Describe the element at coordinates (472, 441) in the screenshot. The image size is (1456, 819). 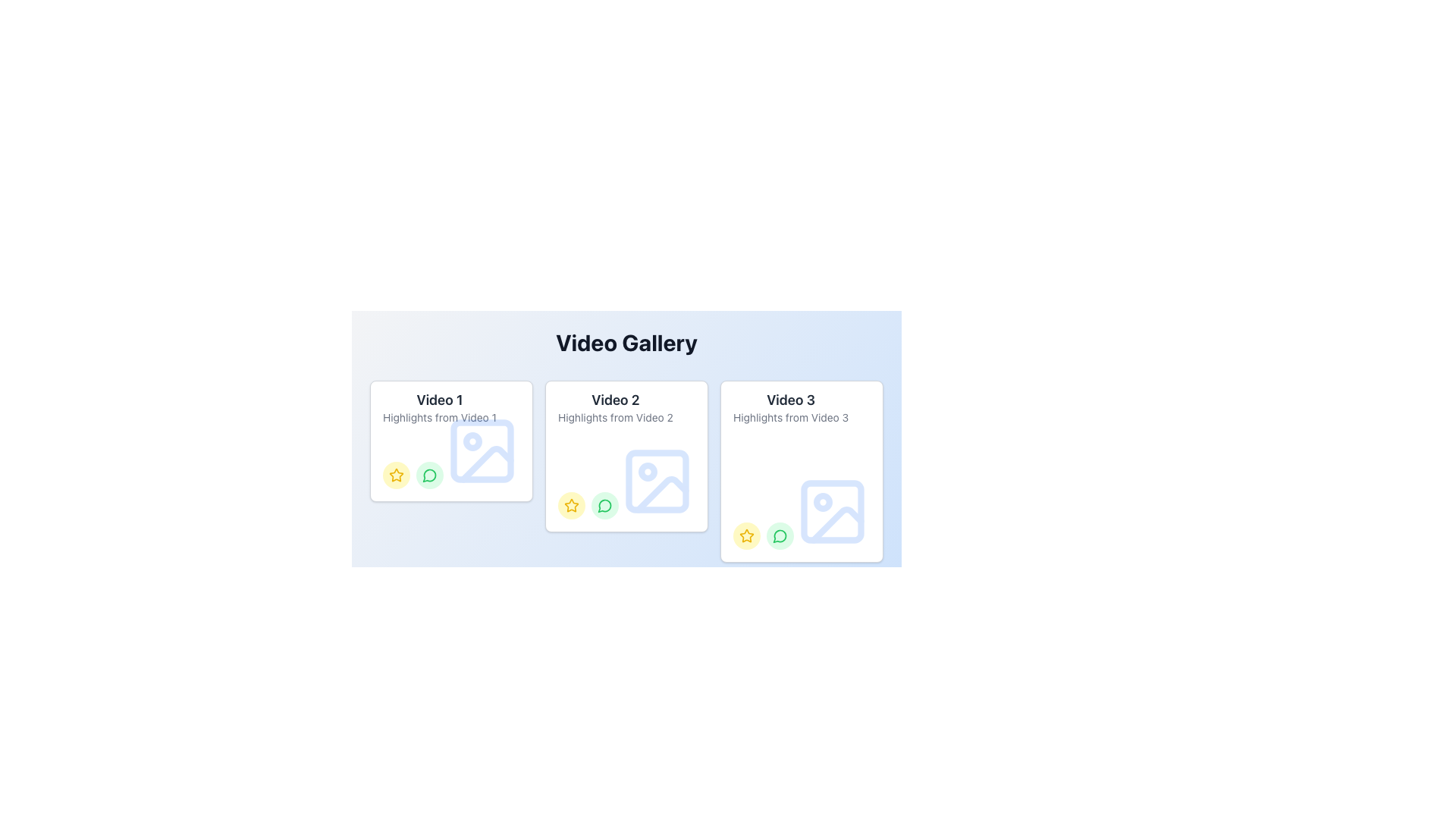
I see `the Graphical Indicator, which is positioned within an icon-like area and serves as a decorative or status indicator` at that location.